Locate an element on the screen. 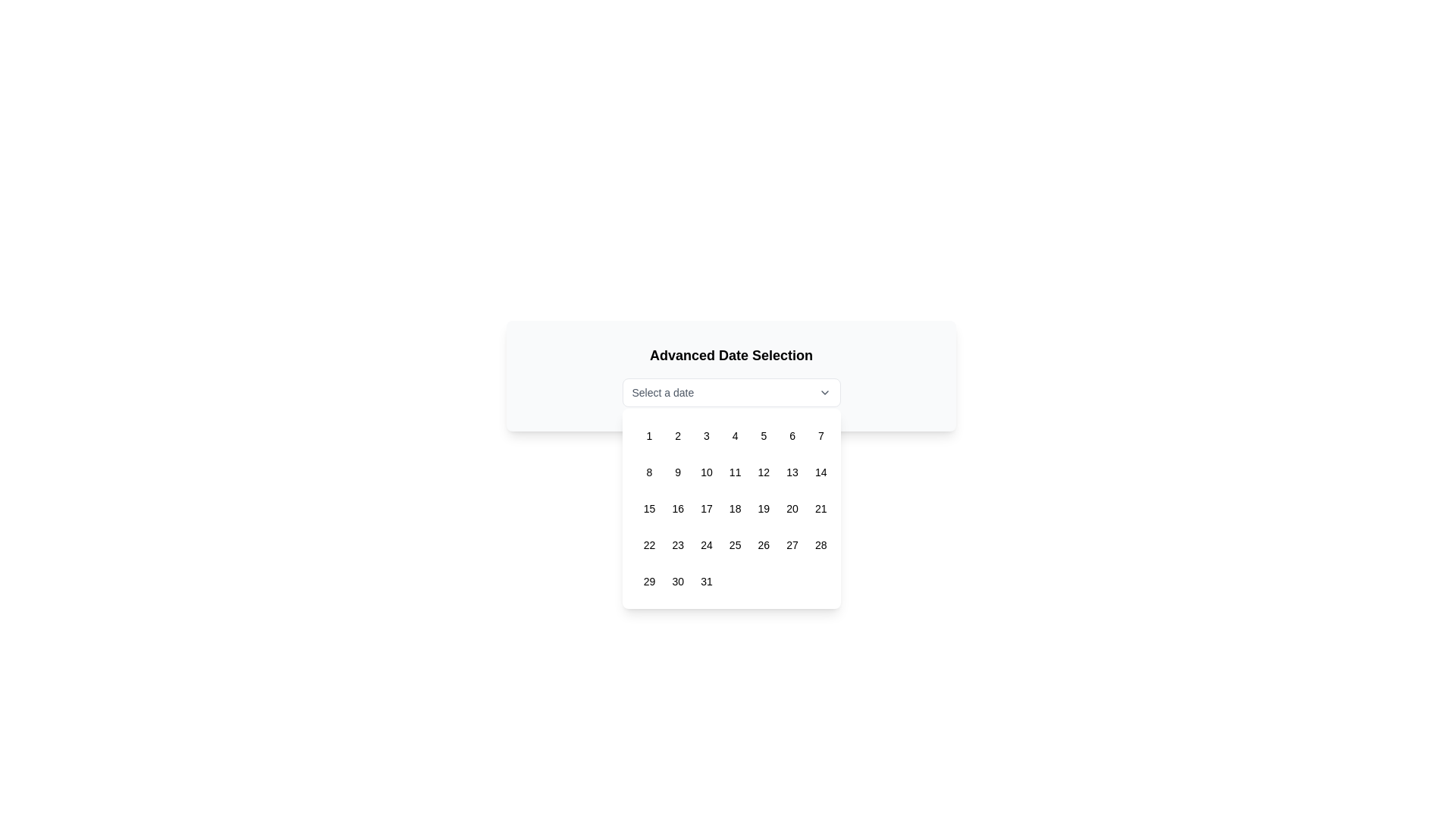 This screenshot has height=819, width=1456. the selectable day button for day 20 in the date picker, located in the third row and sixth column of the grid is located at coordinates (792, 509).